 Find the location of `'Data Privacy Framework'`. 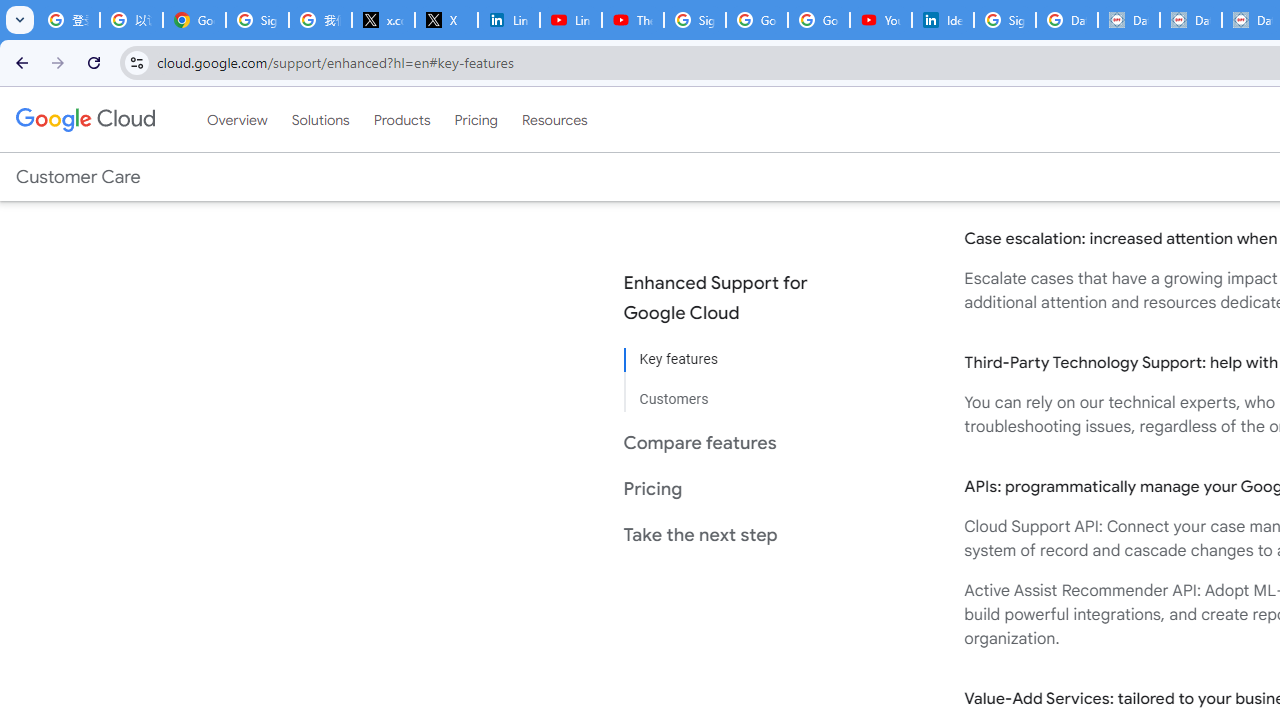

'Data Privacy Framework' is located at coordinates (1128, 20).